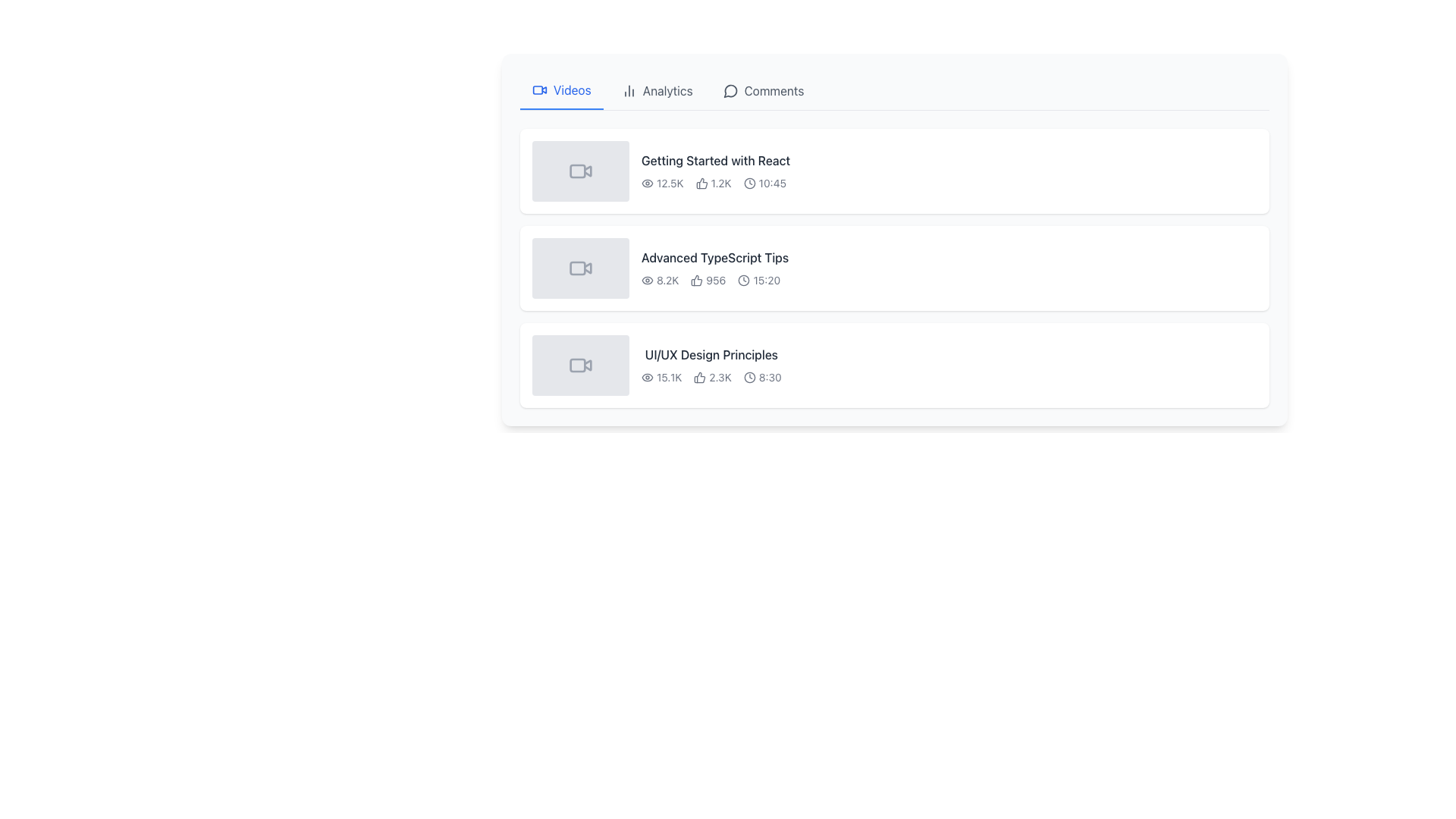  Describe the element at coordinates (648, 376) in the screenshot. I see `the small eye icon that is part of the 'UI/UX Design Principles' row, located to the left of the text '15.1K'` at that location.